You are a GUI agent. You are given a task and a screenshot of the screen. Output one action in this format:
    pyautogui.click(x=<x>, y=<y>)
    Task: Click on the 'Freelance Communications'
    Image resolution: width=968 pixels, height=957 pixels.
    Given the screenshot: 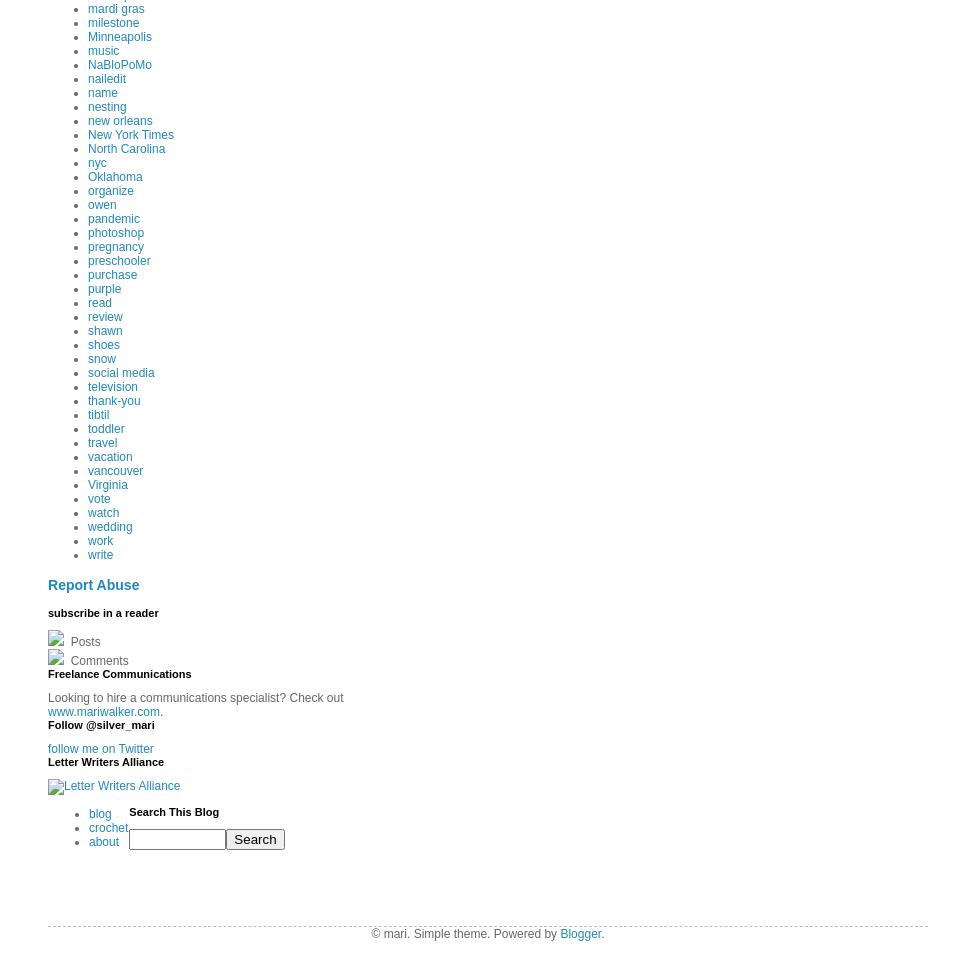 What is the action you would take?
    pyautogui.click(x=119, y=672)
    